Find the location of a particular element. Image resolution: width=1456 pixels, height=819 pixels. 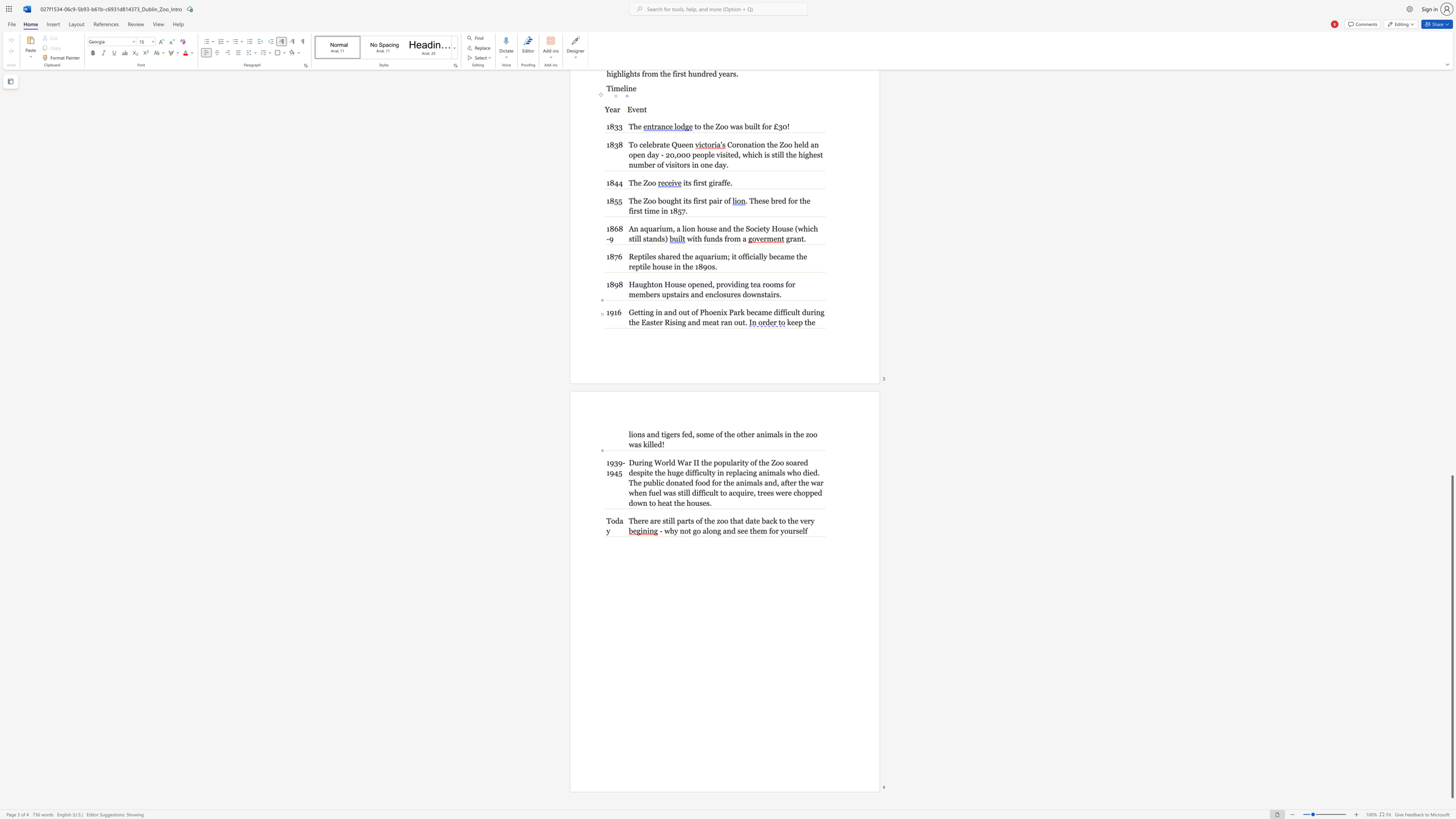

the 3th character "a" in the text is located at coordinates (765, 483).